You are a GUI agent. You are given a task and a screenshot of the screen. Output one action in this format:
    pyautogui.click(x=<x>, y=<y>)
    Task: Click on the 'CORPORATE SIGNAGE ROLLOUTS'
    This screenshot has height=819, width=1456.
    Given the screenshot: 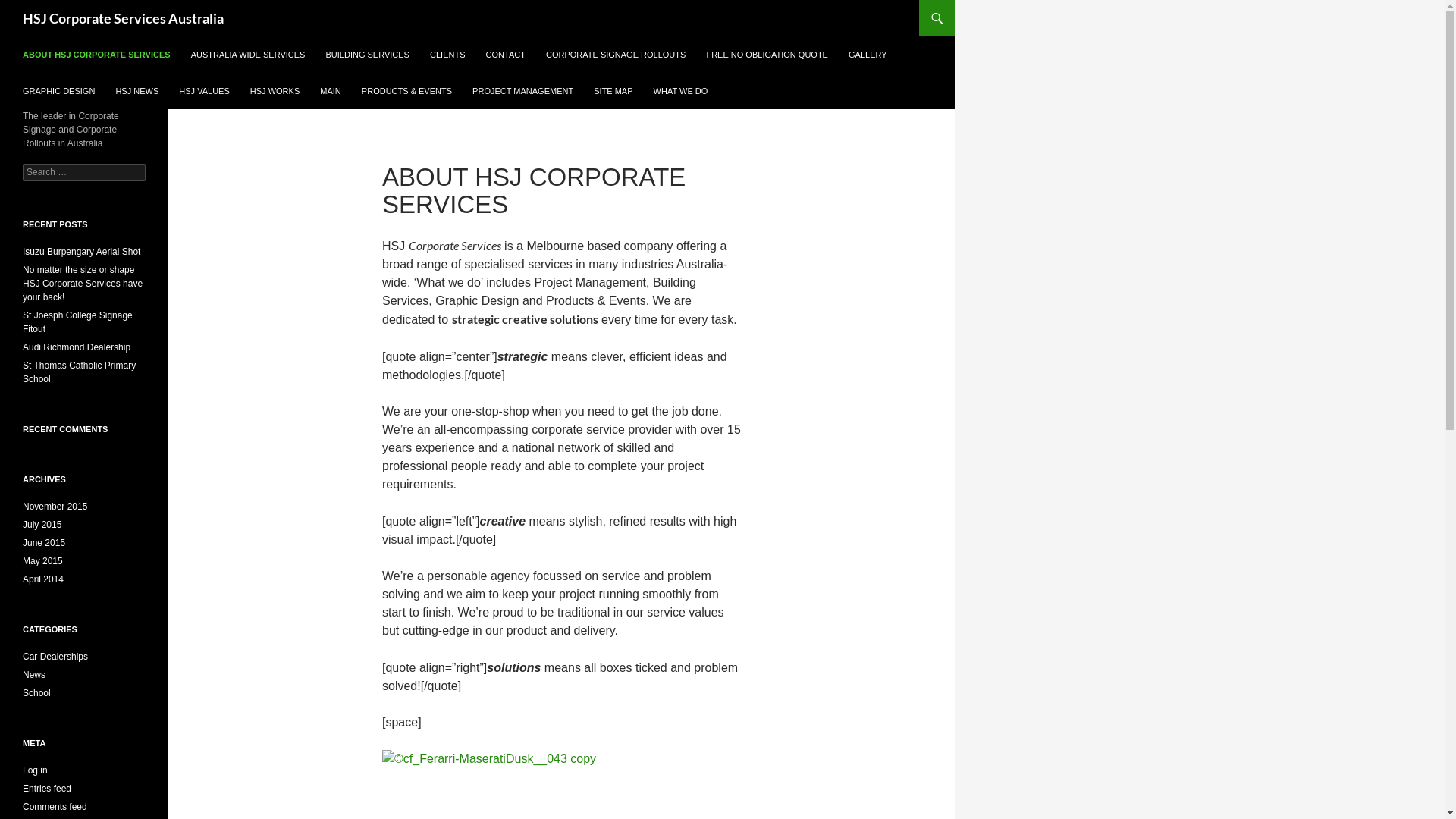 What is the action you would take?
    pyautogui.click(x=615, y=54)
    